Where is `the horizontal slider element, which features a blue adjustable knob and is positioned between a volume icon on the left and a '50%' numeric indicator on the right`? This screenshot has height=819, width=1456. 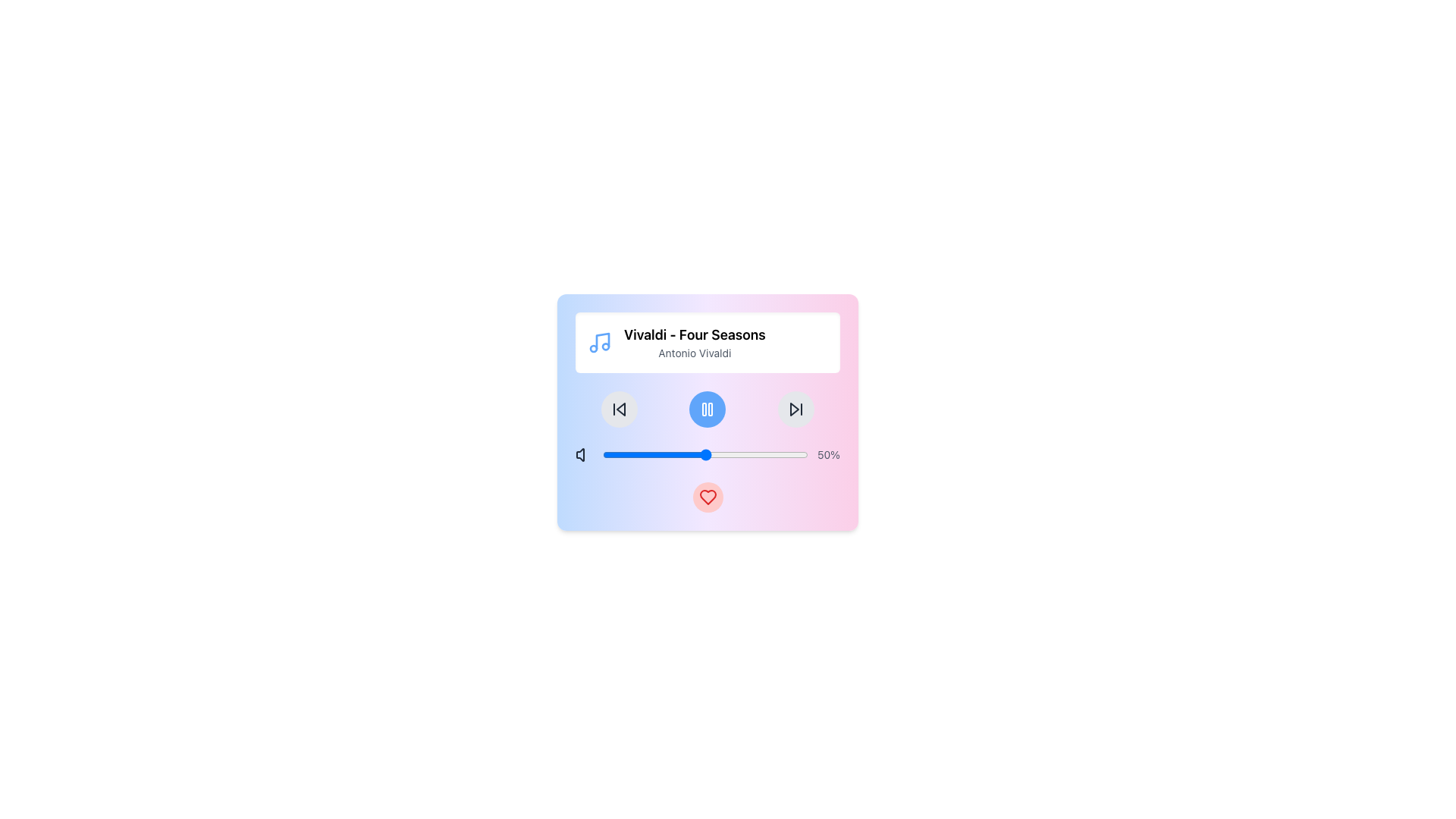 the horizontal slider element, which features a blue adjustable knob and is positioned between a volume icon on the left and a '50%' numeric indicator on the right is located at coordinates (707, 454).